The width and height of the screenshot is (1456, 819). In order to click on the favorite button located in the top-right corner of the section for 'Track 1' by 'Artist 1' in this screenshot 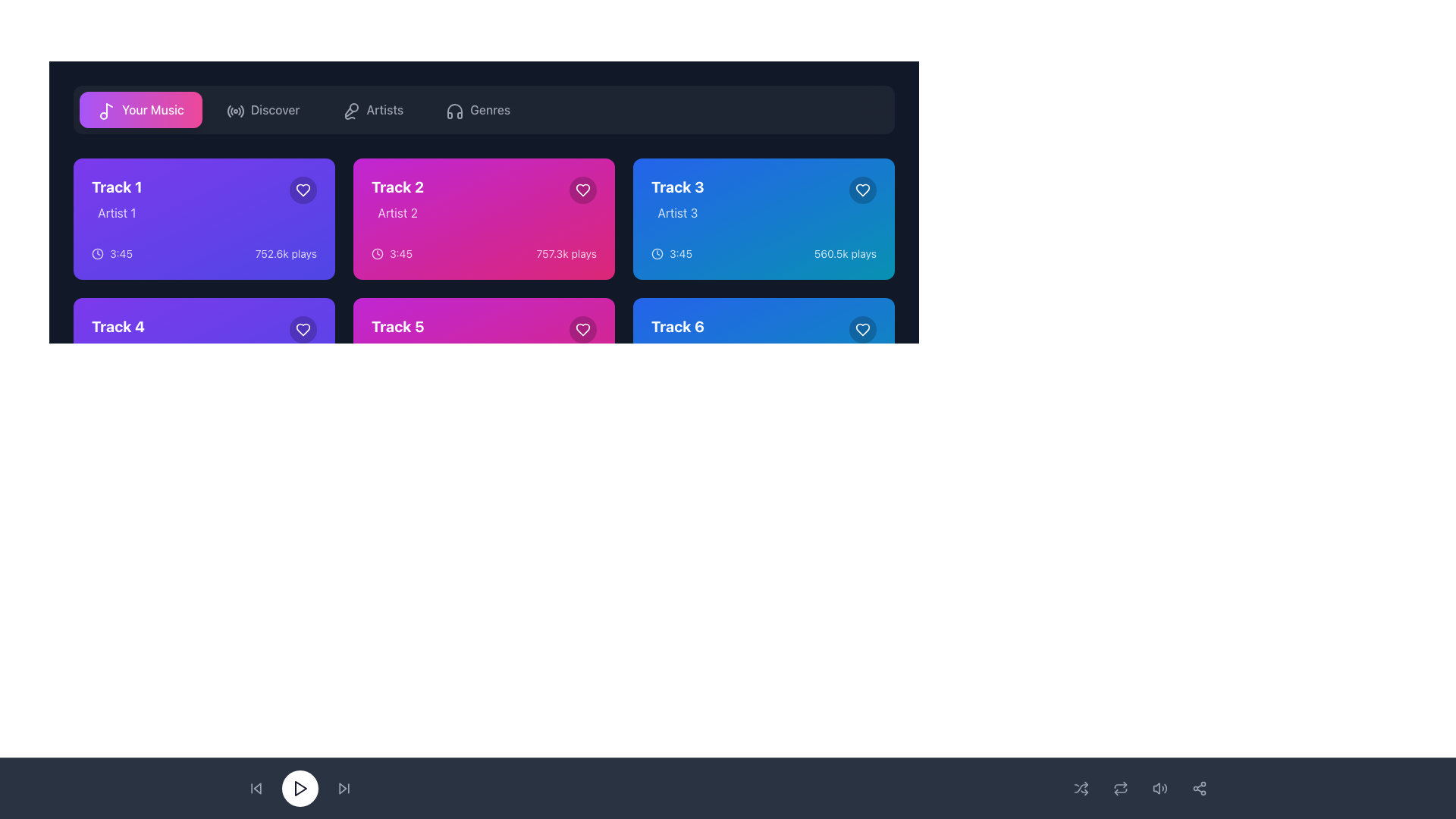, I will do `click(303, 189)`.